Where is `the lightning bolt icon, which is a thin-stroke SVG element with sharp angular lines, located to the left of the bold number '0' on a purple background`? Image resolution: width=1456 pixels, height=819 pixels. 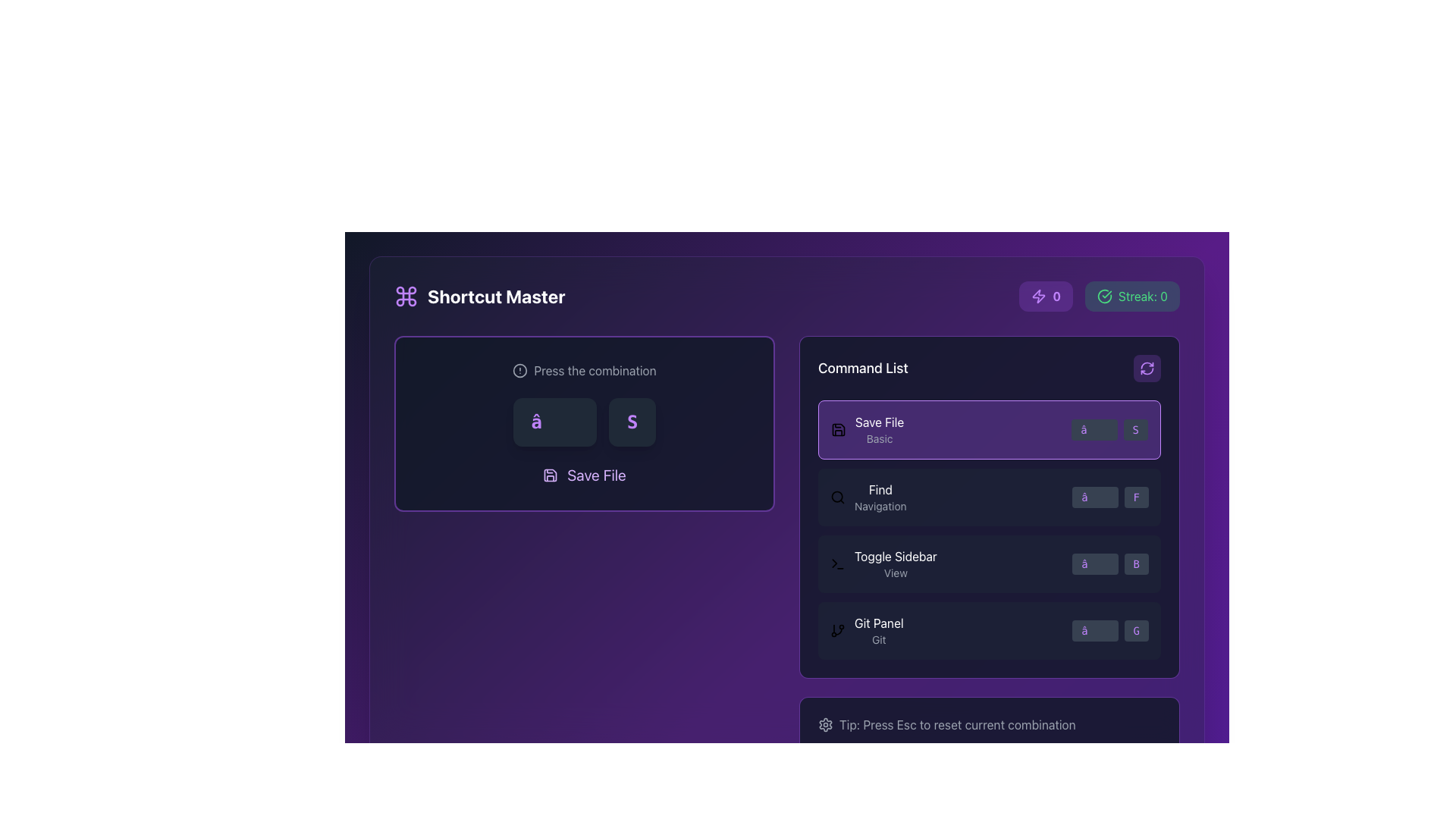 the lightning bolt icon, which is a thin-stroke SVG element with sharp angular lines, located to the left of the bold number '0' on a purple background is located at coordinates (1038, 296).